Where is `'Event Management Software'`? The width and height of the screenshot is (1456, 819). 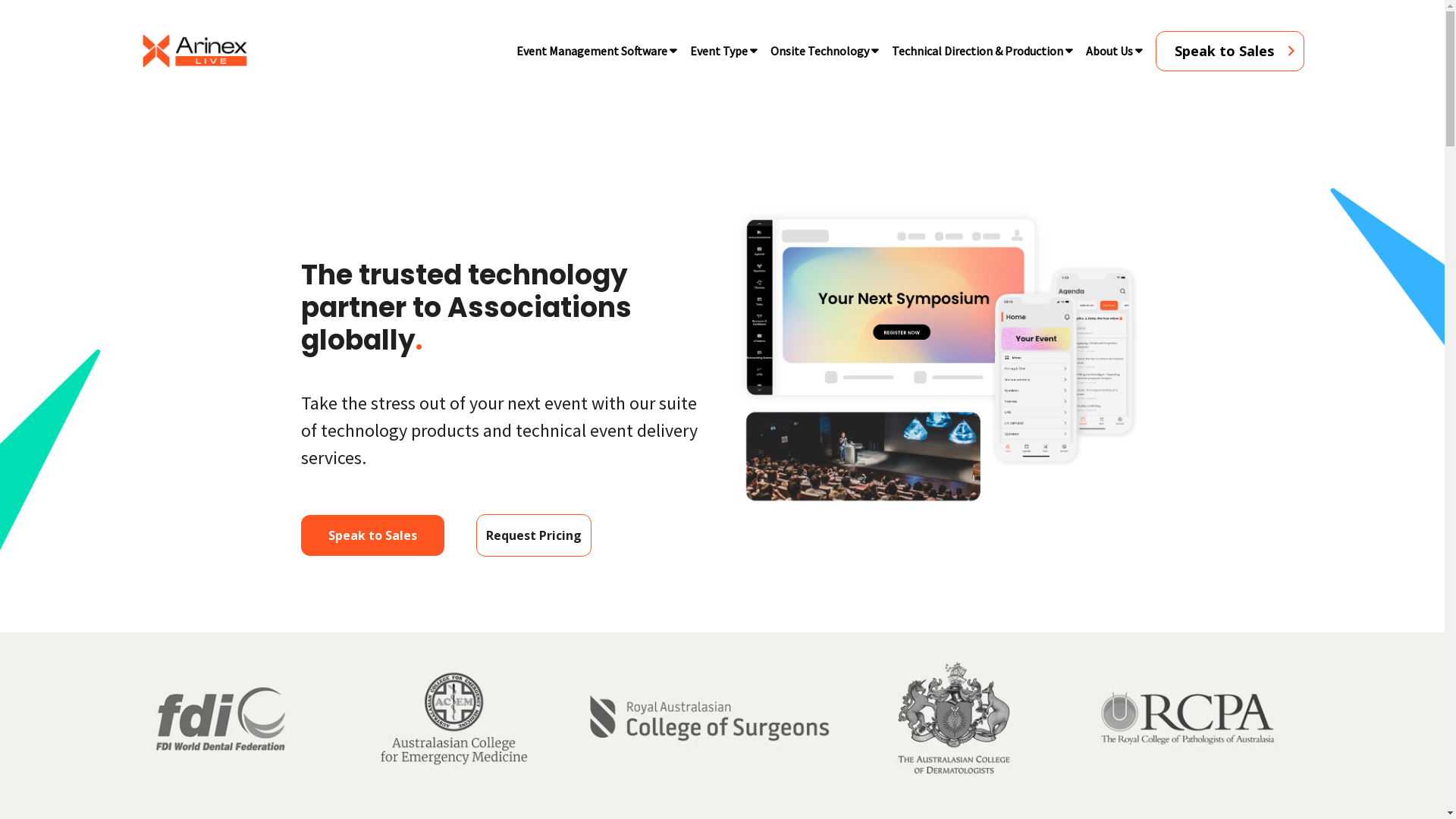 'Event Management Software' is located at coordinates (591, 49).